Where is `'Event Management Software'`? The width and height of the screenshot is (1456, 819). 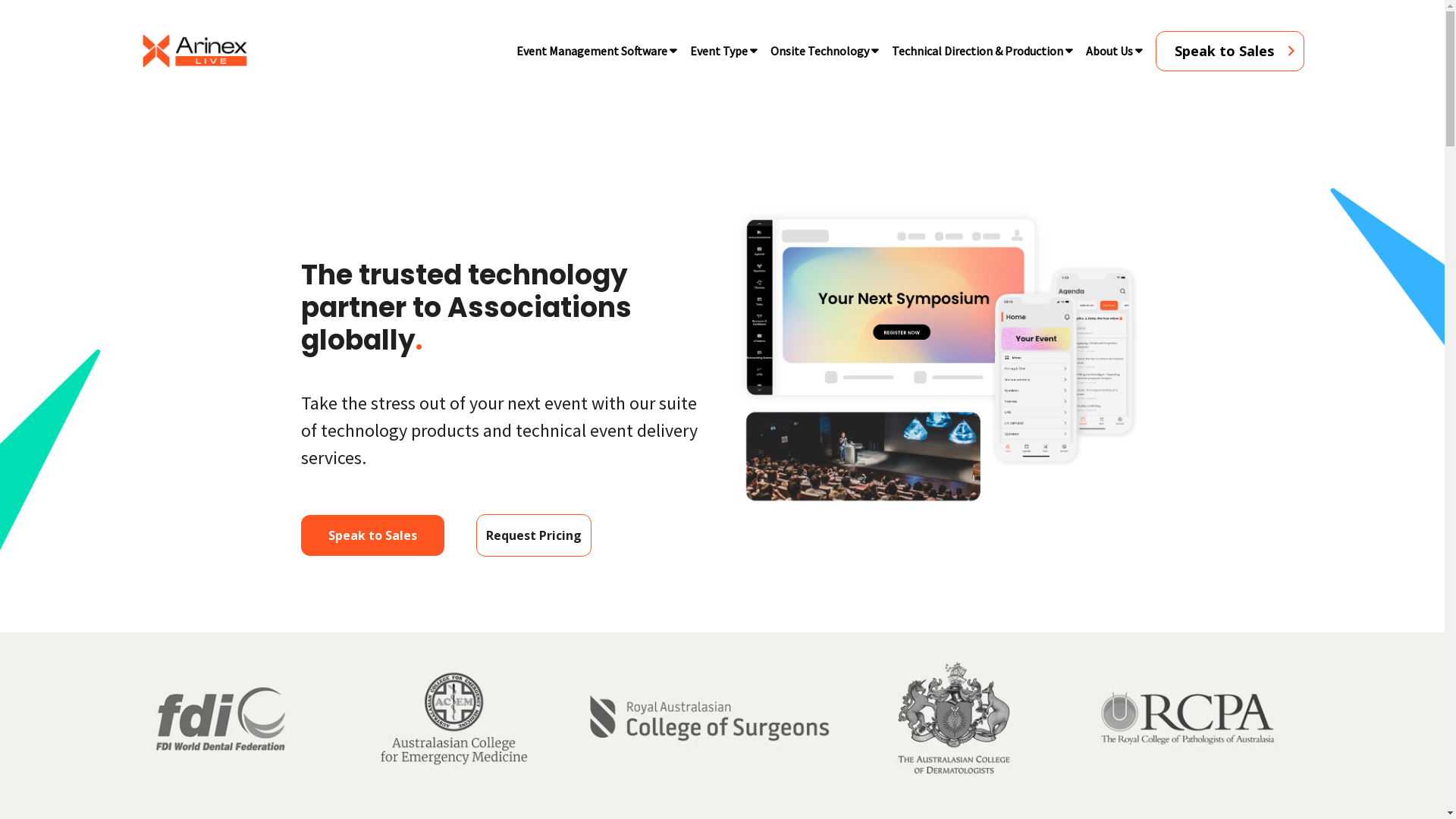 'Event Management Software' is located at coordinates (591, 49).